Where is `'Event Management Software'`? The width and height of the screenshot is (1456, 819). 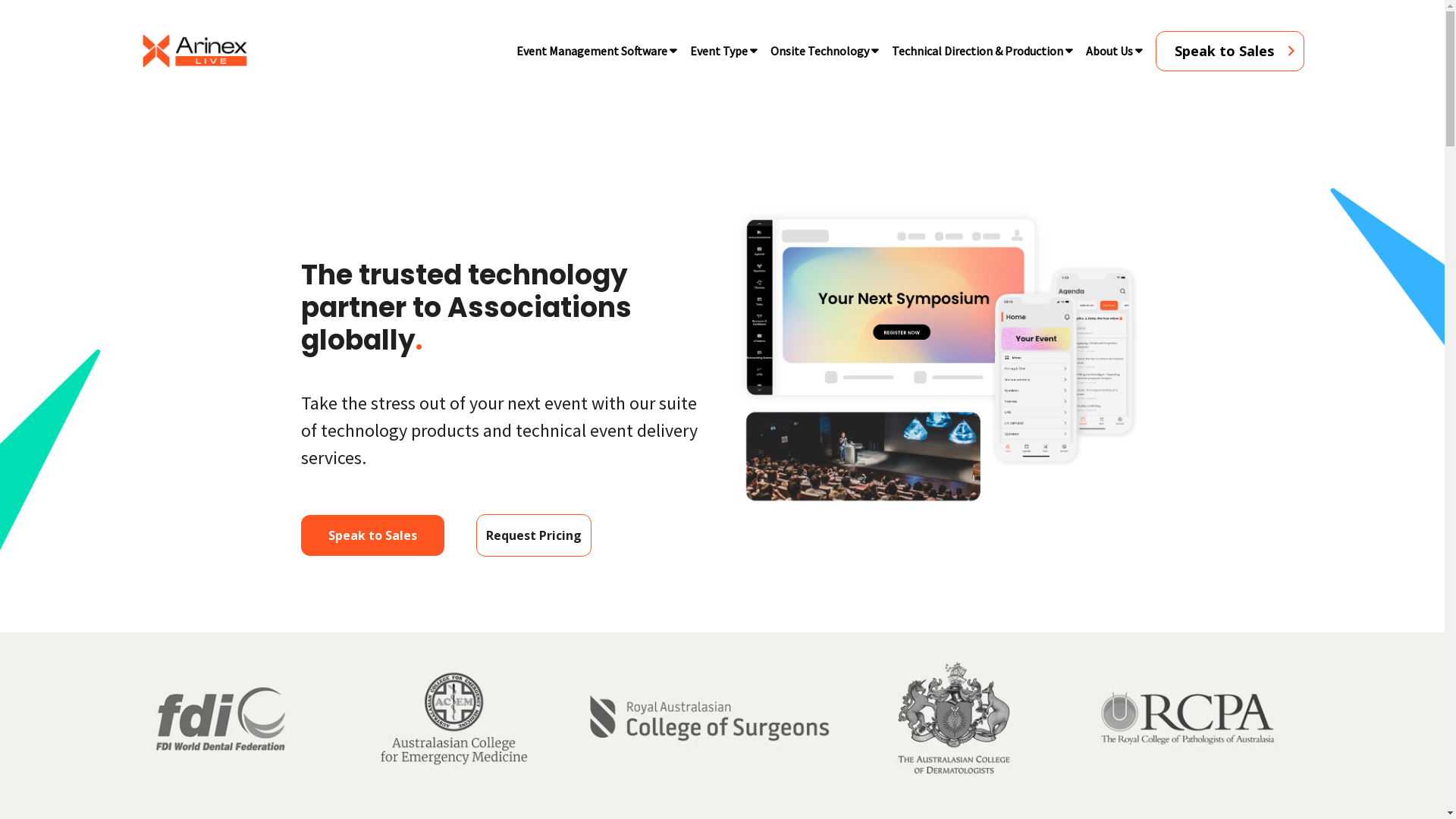 'Event Management Software' is located at coordinates (591, 49).